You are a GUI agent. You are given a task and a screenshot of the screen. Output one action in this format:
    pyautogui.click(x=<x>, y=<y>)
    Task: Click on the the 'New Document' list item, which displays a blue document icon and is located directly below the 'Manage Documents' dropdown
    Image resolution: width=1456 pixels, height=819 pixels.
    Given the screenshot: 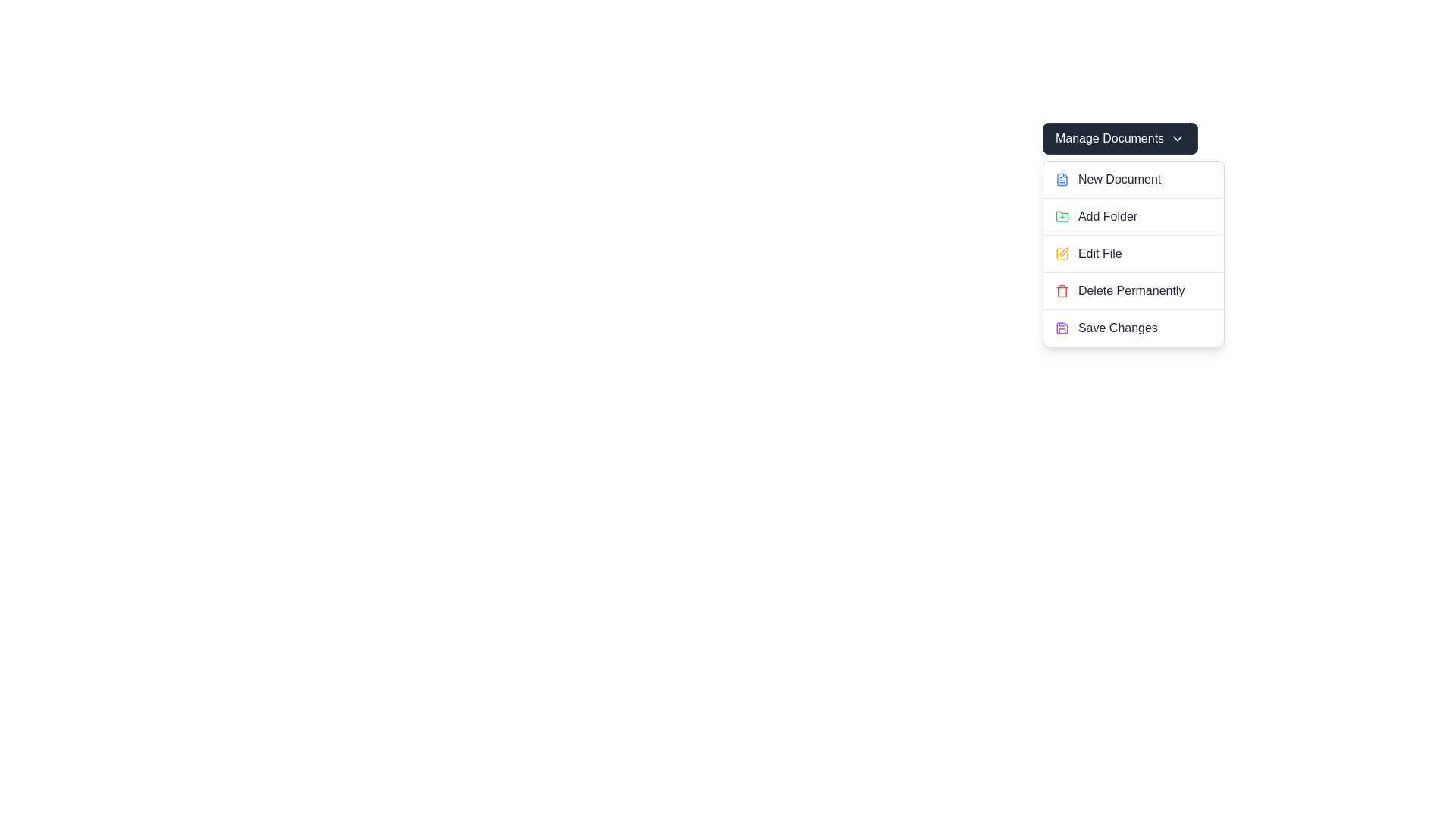 What is the action you would take?
    pyautogui.click(x=1133, y=178)
    